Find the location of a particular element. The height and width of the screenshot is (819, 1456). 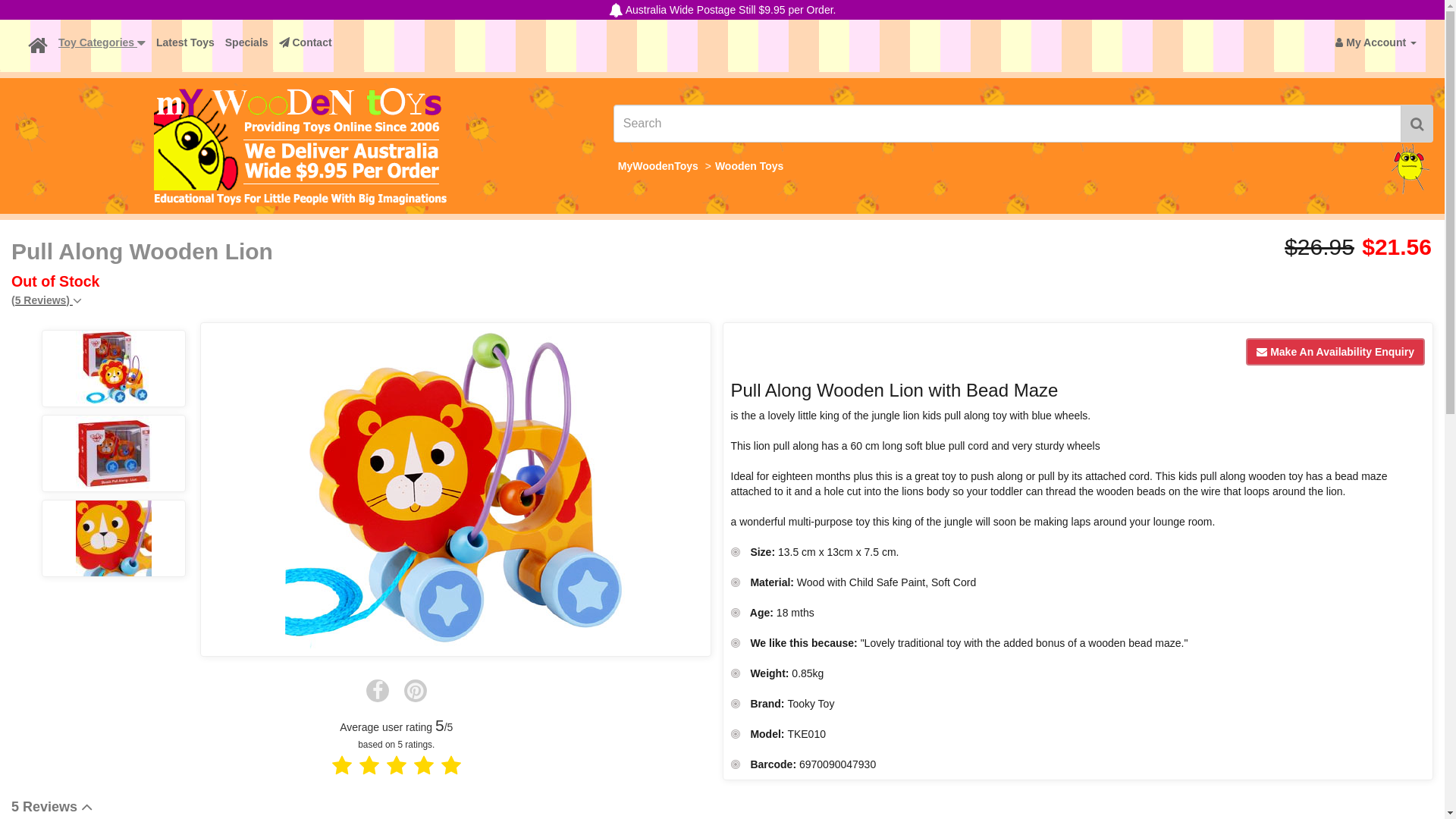

'5 Reviews ' is located at coordinates (52, 806).